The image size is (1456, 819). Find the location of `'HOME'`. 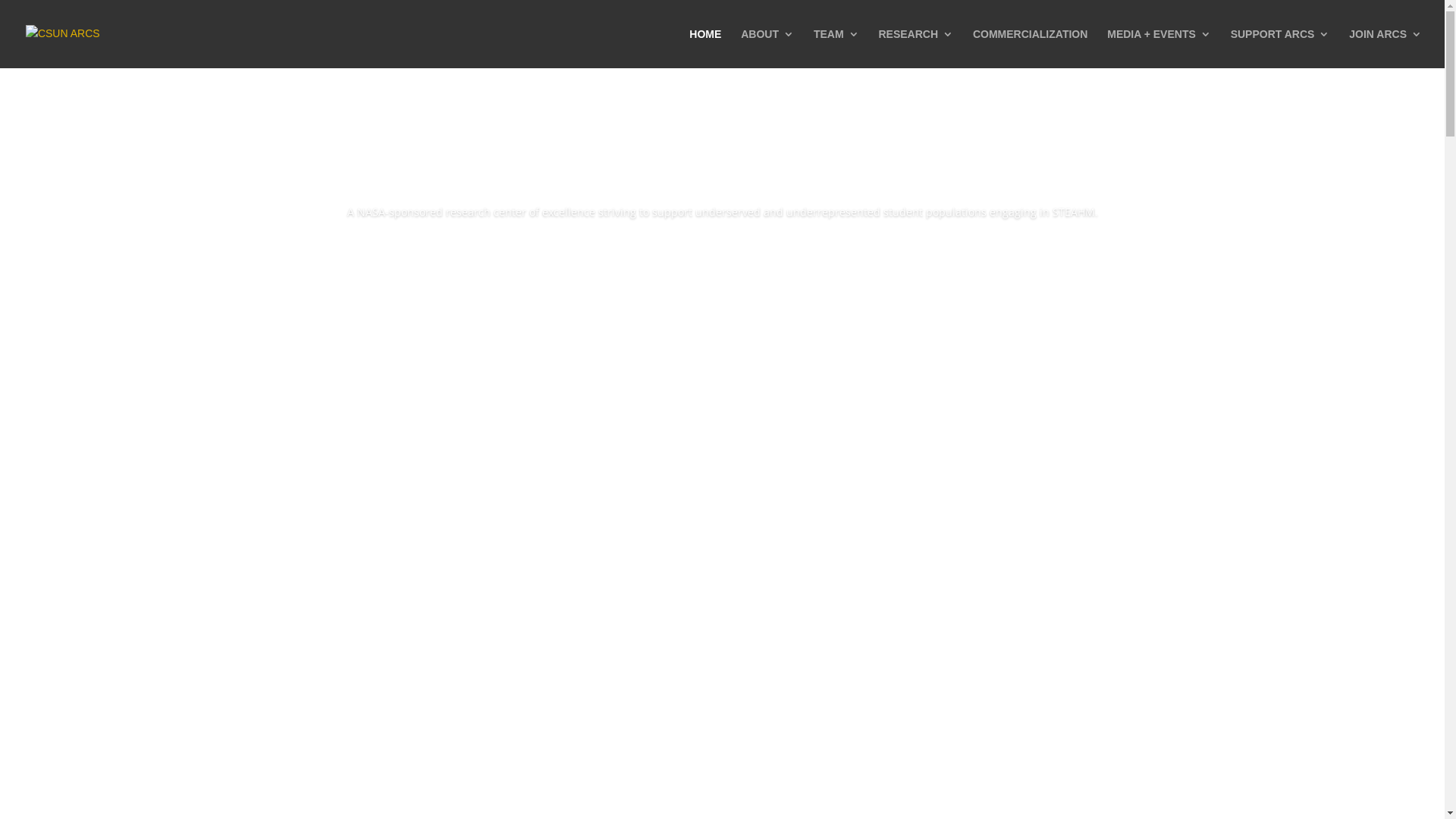

'HOME' is located at coordinates (688, 48).